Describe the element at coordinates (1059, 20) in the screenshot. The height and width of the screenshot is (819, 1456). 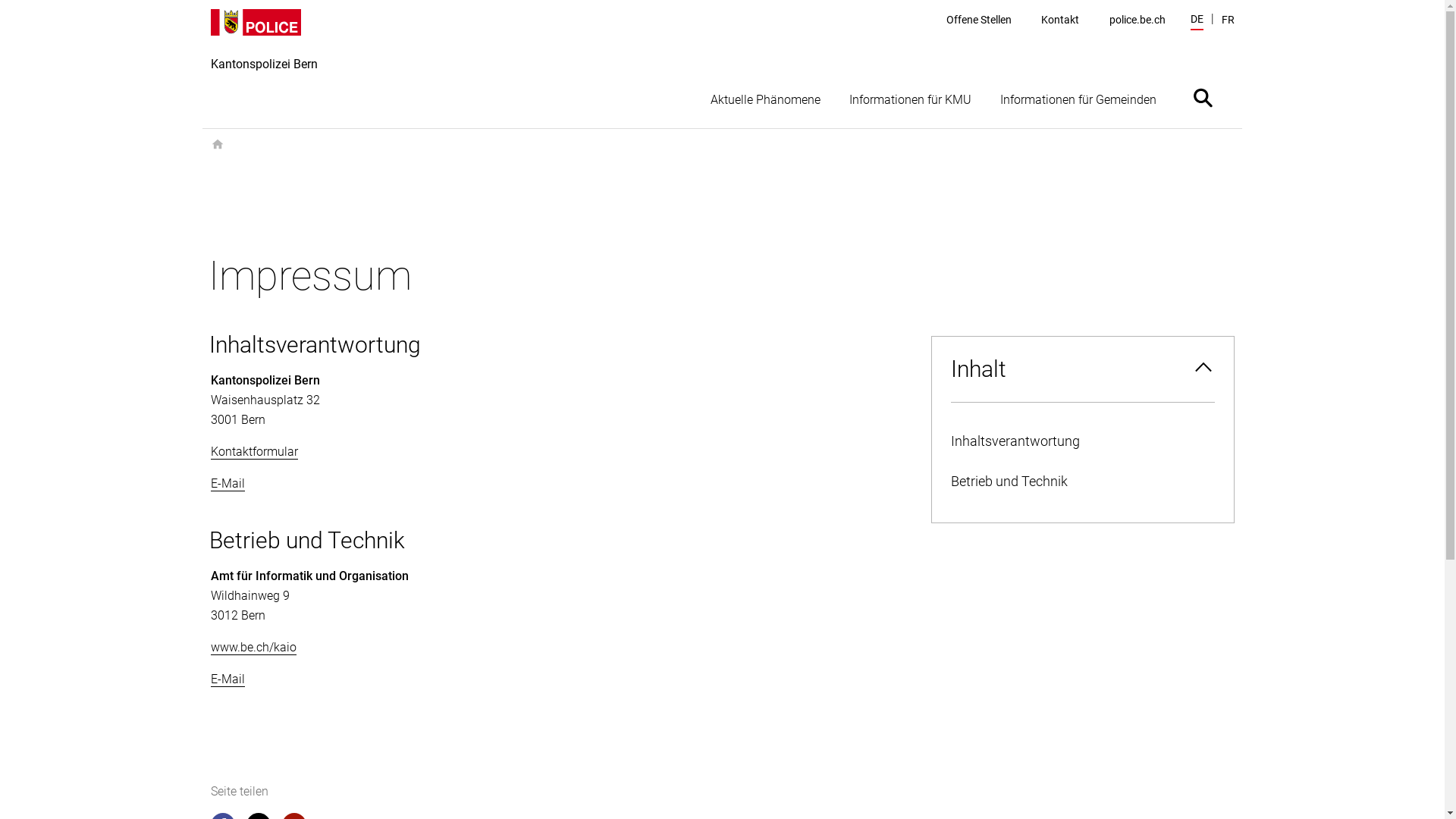
I see `'Kontakt'` at that location.